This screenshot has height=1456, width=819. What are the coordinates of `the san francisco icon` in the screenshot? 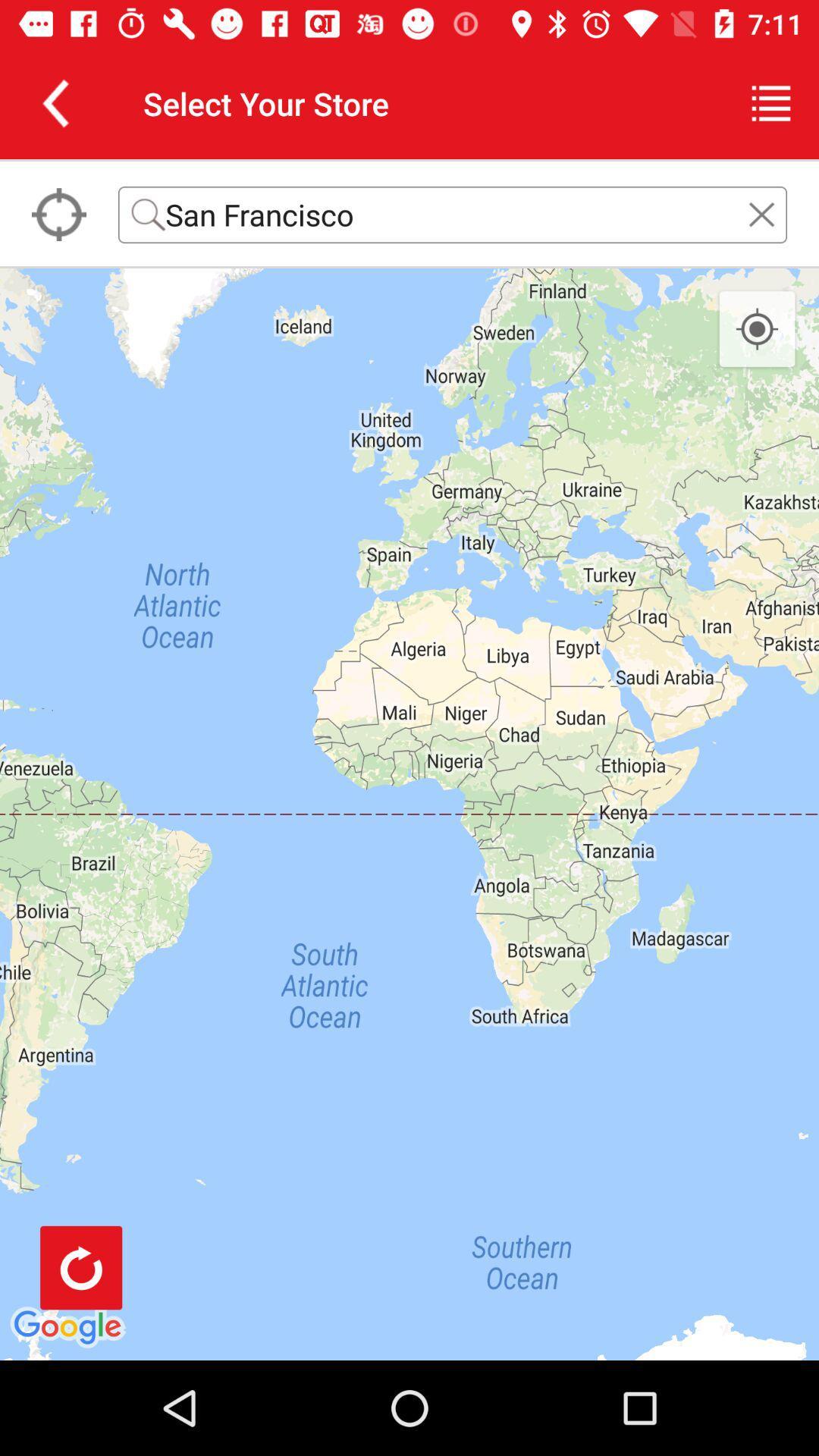 It's located at (452, 214).